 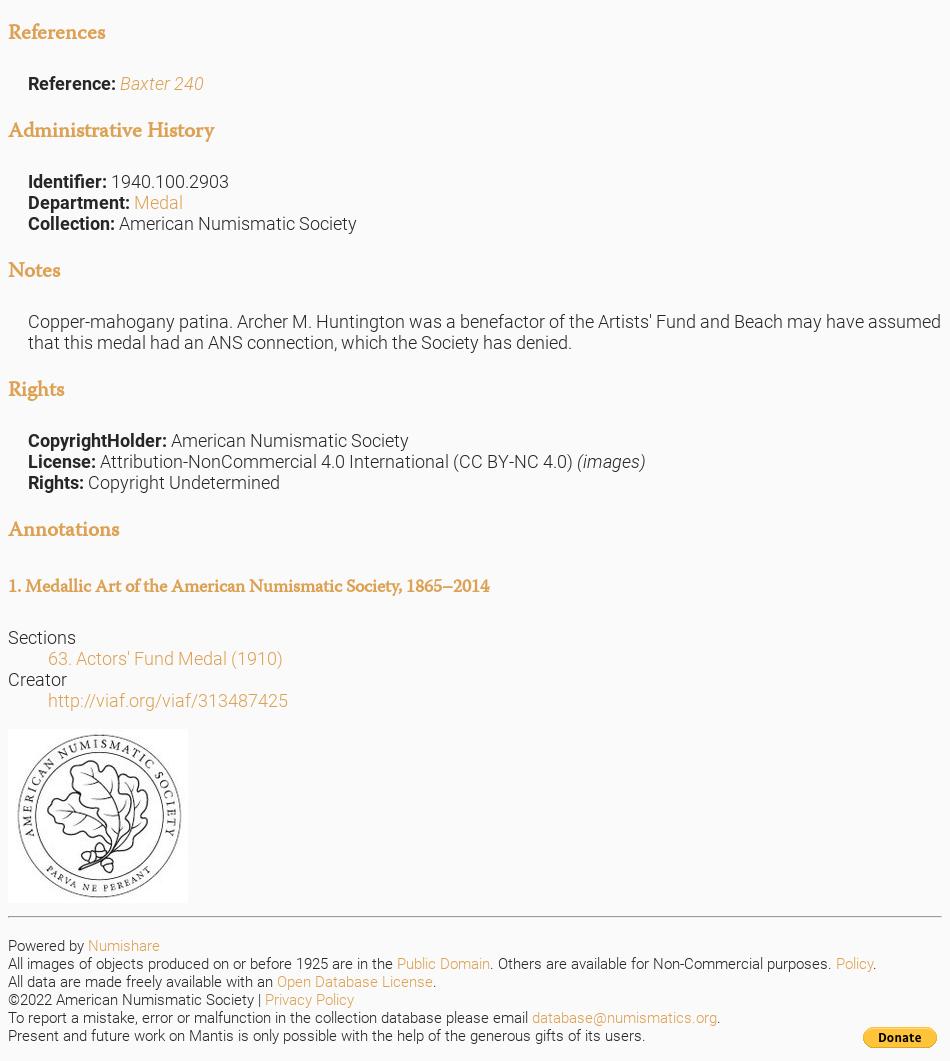 I want to click on 'Department:', so click(x=28, y=200).